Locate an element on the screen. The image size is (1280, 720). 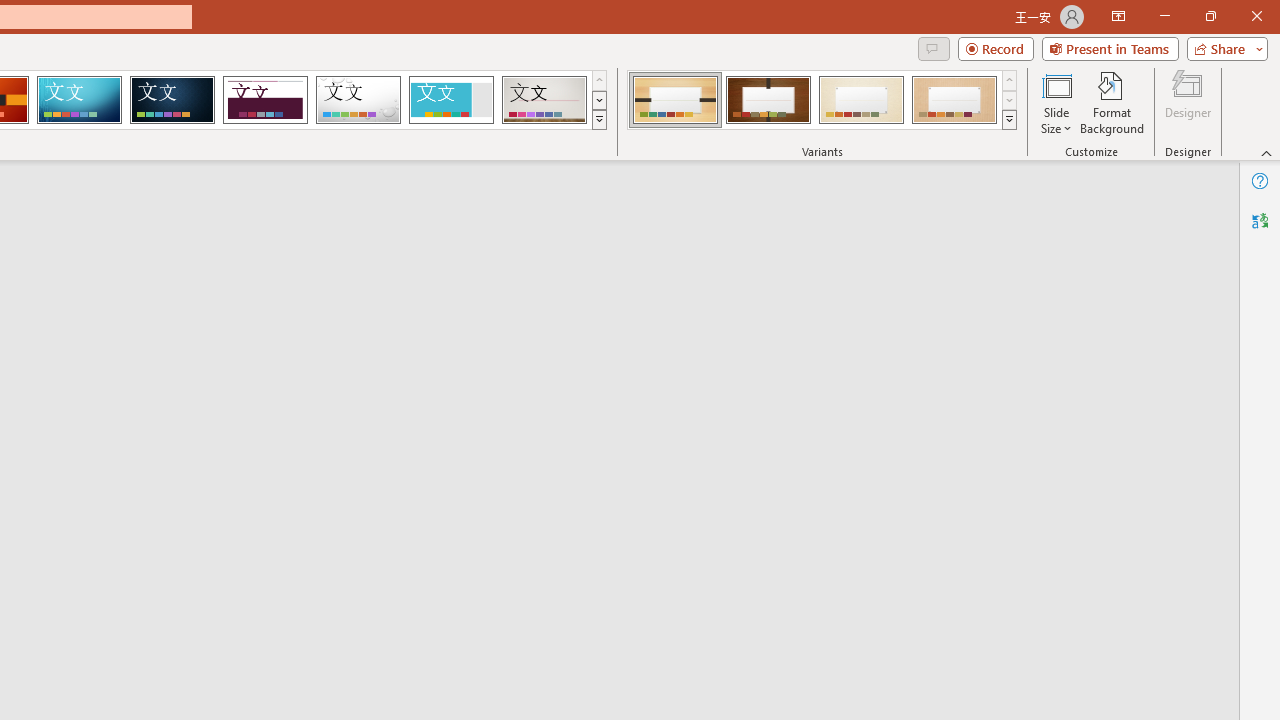
'Damask' is located at coordinates (172, 100).